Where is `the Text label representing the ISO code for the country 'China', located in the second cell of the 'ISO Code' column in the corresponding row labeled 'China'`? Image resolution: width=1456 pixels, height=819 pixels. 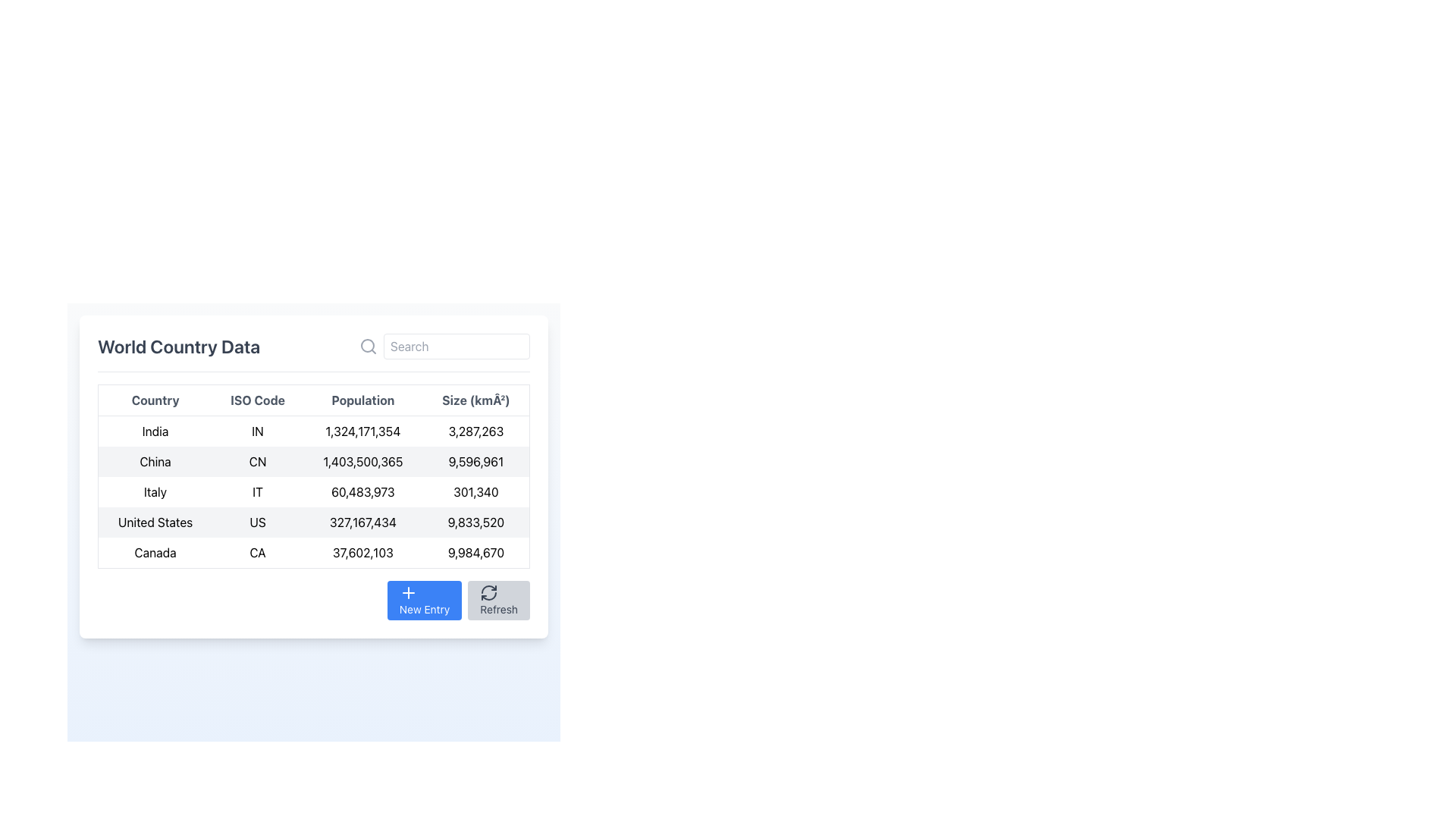
the Text label representing the ISO code for the country 'China', located in the second cell of the 'ISO Code' column in the corresponding row labeled 'China' is located at coordinates (258, 461).